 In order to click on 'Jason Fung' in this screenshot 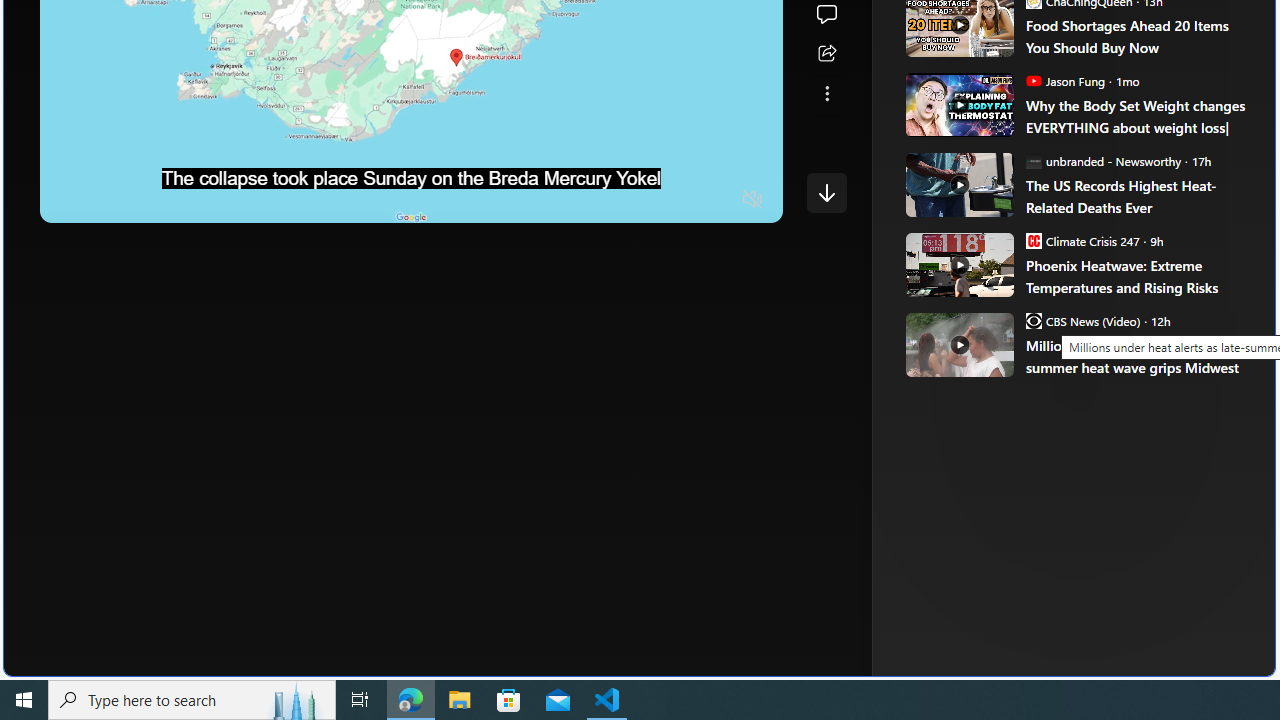, I will do `click(1033, 79)`.